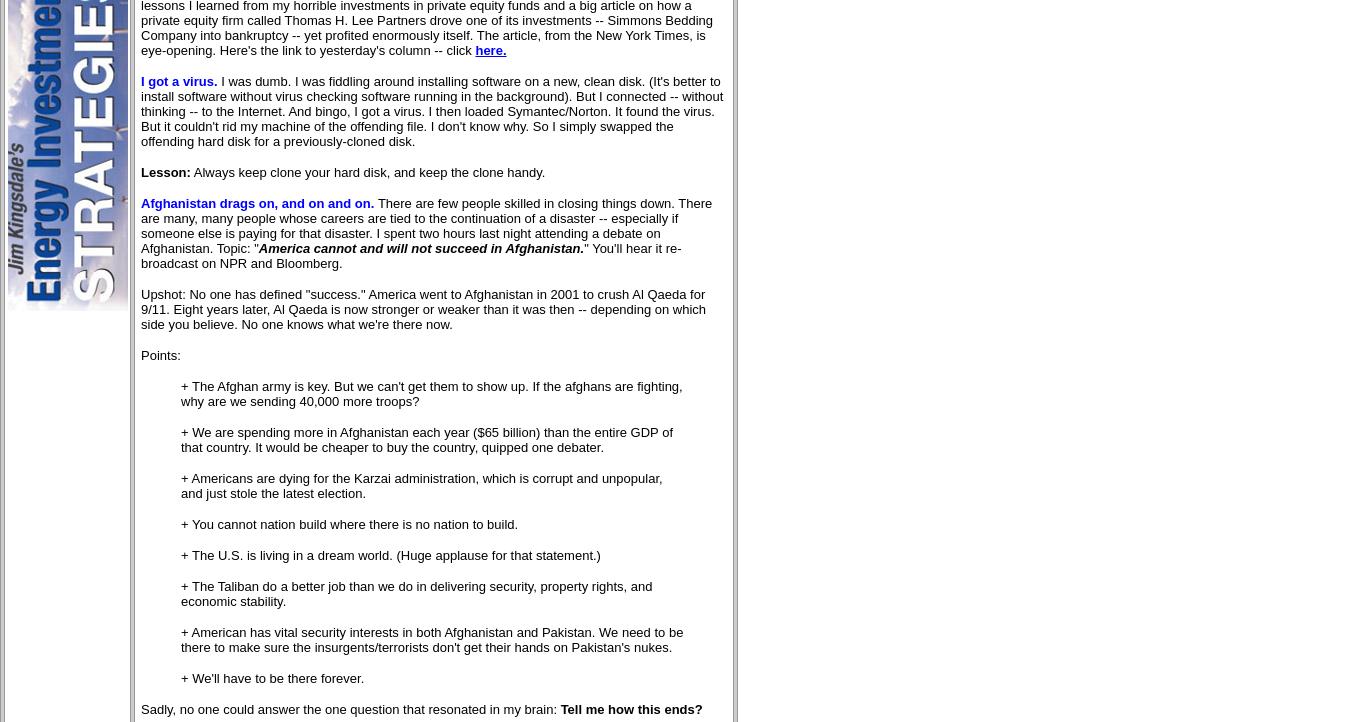 The width and height of the screenshot is (1350, 722). I want to click on '" 
  You'll hear it re-broadcast on NPR and Bloomberg.', so click(410, 256).